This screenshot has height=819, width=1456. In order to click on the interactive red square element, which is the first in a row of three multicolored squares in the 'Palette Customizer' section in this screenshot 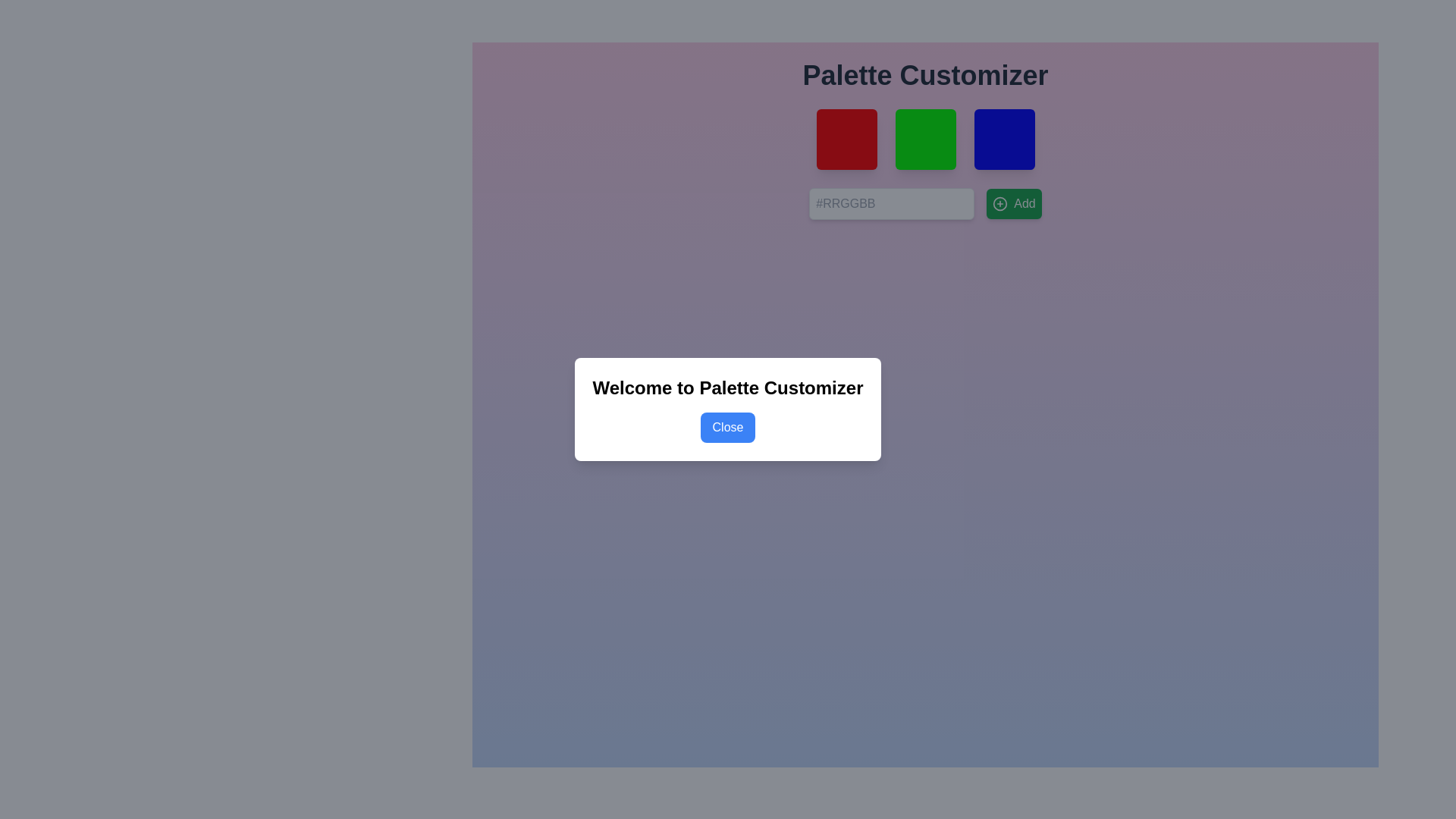, I will do `click(846, 140)`.